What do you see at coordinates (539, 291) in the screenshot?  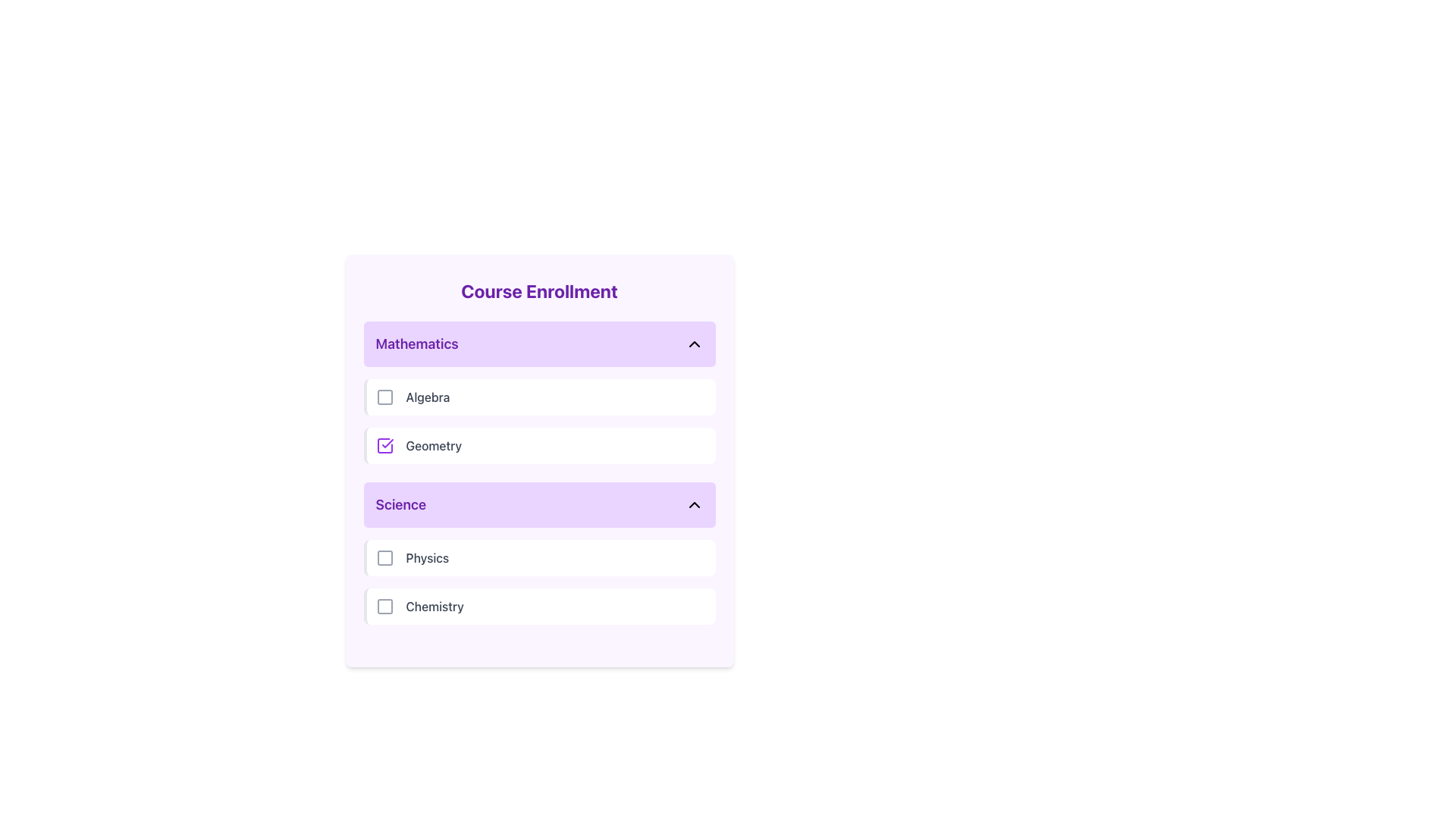 I see `header text labeled 'Course Enrollment', which is styled in large, bold, and centered purple font at the top center of the panel` at bounding box center [539, 291].